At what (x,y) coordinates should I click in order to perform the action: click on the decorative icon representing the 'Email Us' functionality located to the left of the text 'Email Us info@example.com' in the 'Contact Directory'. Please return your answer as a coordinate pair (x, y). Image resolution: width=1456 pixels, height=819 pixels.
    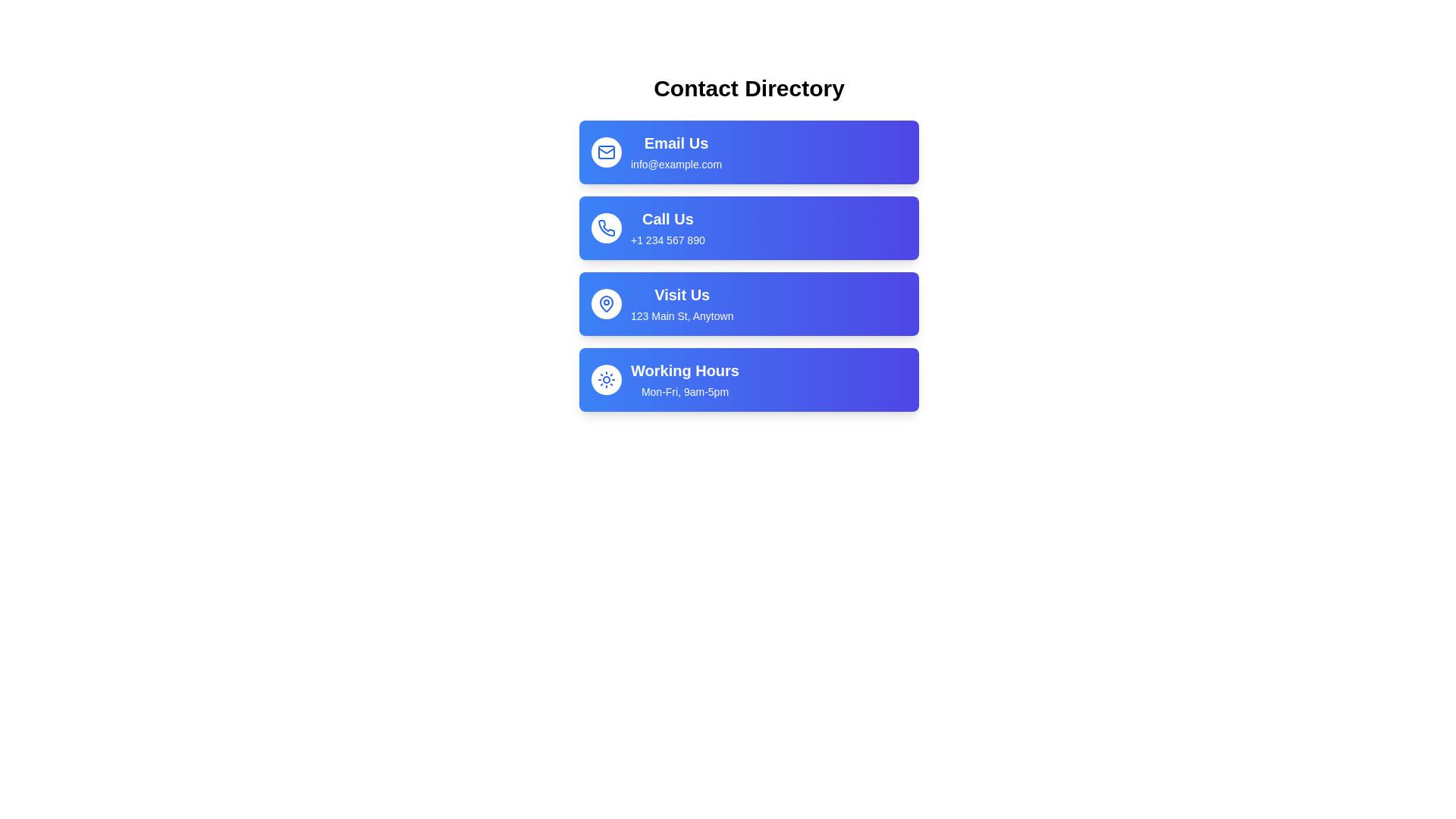
    Looking at the image, I should click on (607, 152).